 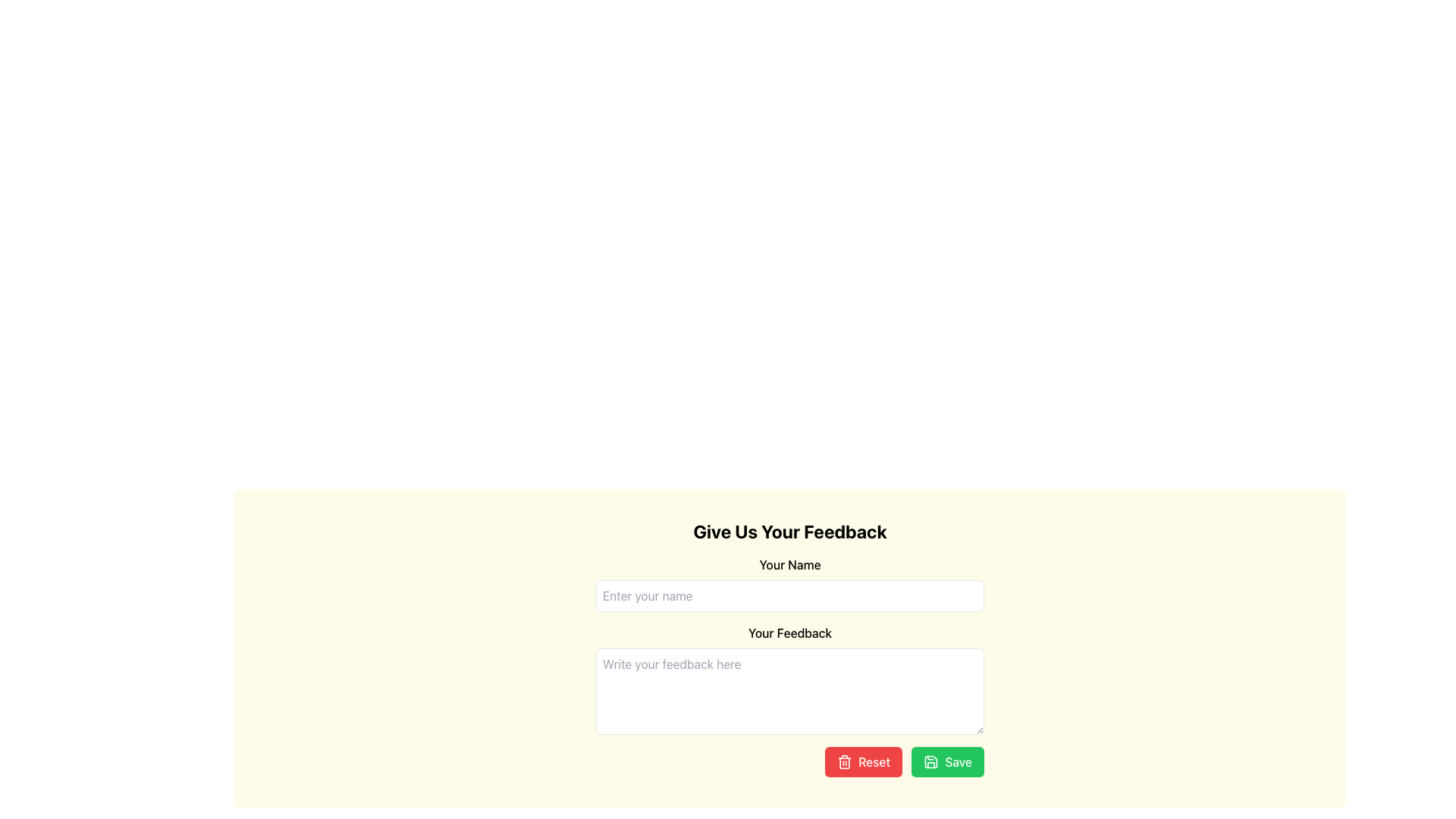 What do you see at coordinates (864, 762) in the screenshot?
I see `the red 'Reset' button located in the bottom right section of the interface` at bounding box center [864, 762].